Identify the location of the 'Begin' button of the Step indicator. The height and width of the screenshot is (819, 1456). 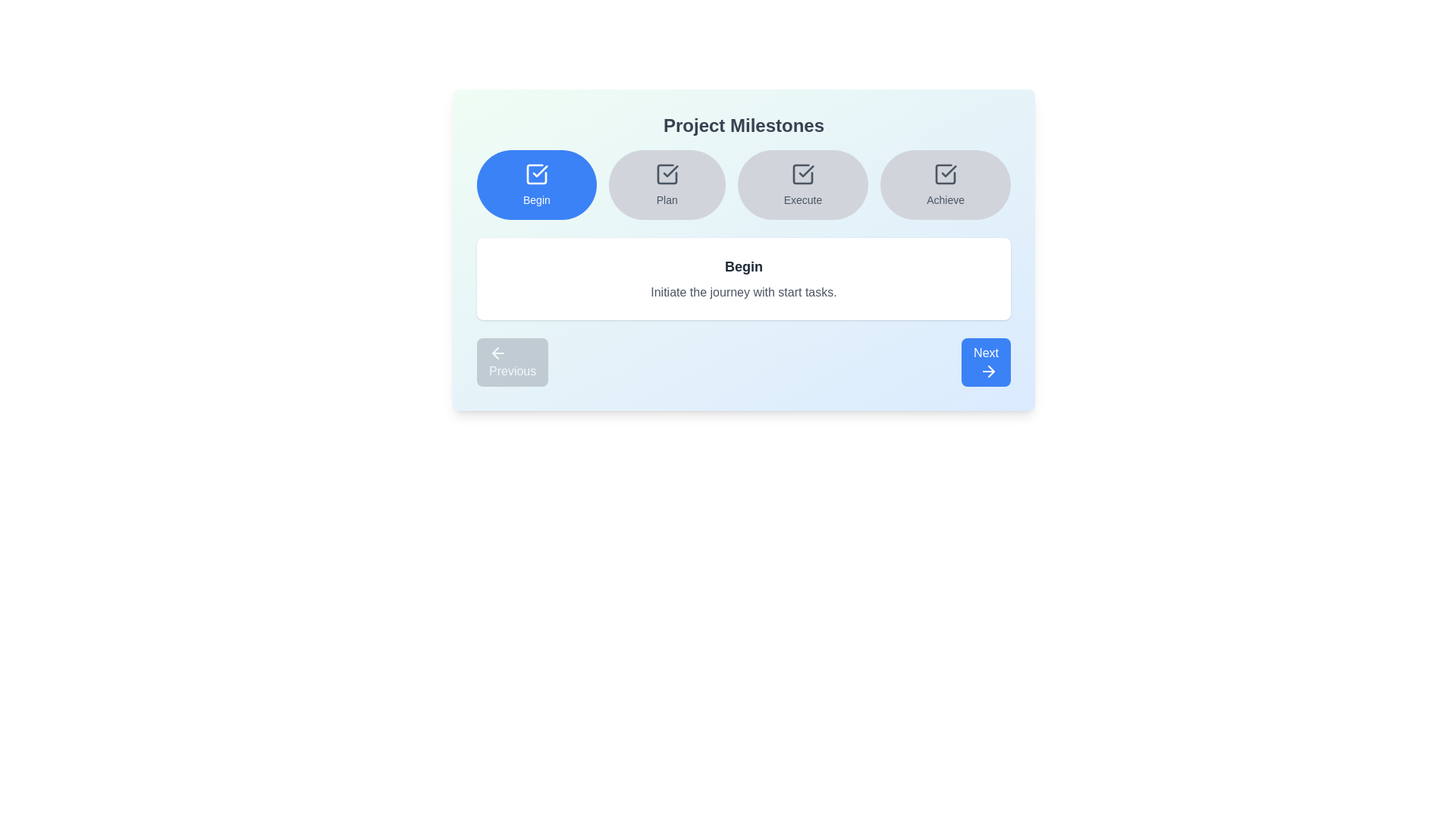
(743, 184).